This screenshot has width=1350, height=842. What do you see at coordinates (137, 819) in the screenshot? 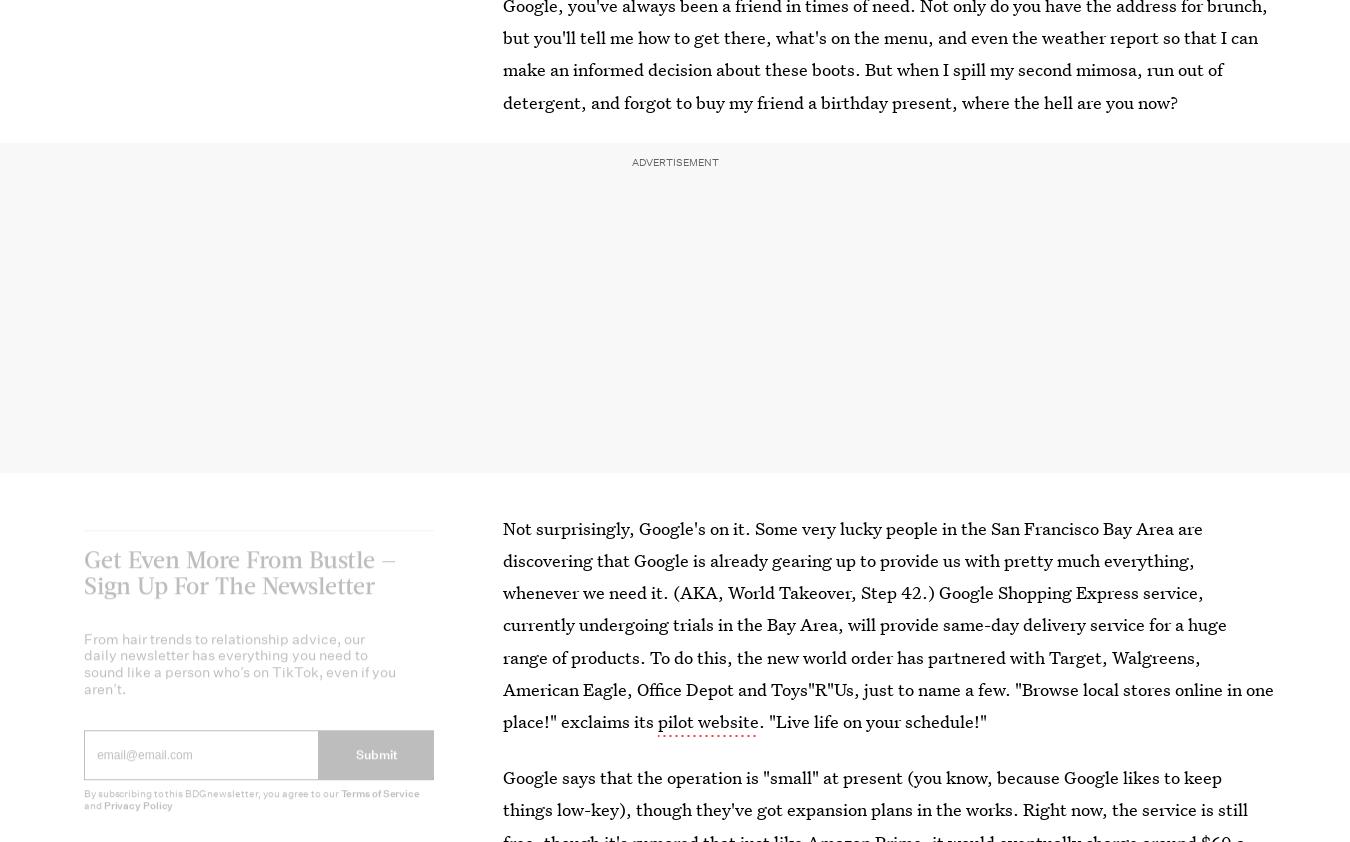
I see `'Privacy Policy'` at bounding box center [137, 819].